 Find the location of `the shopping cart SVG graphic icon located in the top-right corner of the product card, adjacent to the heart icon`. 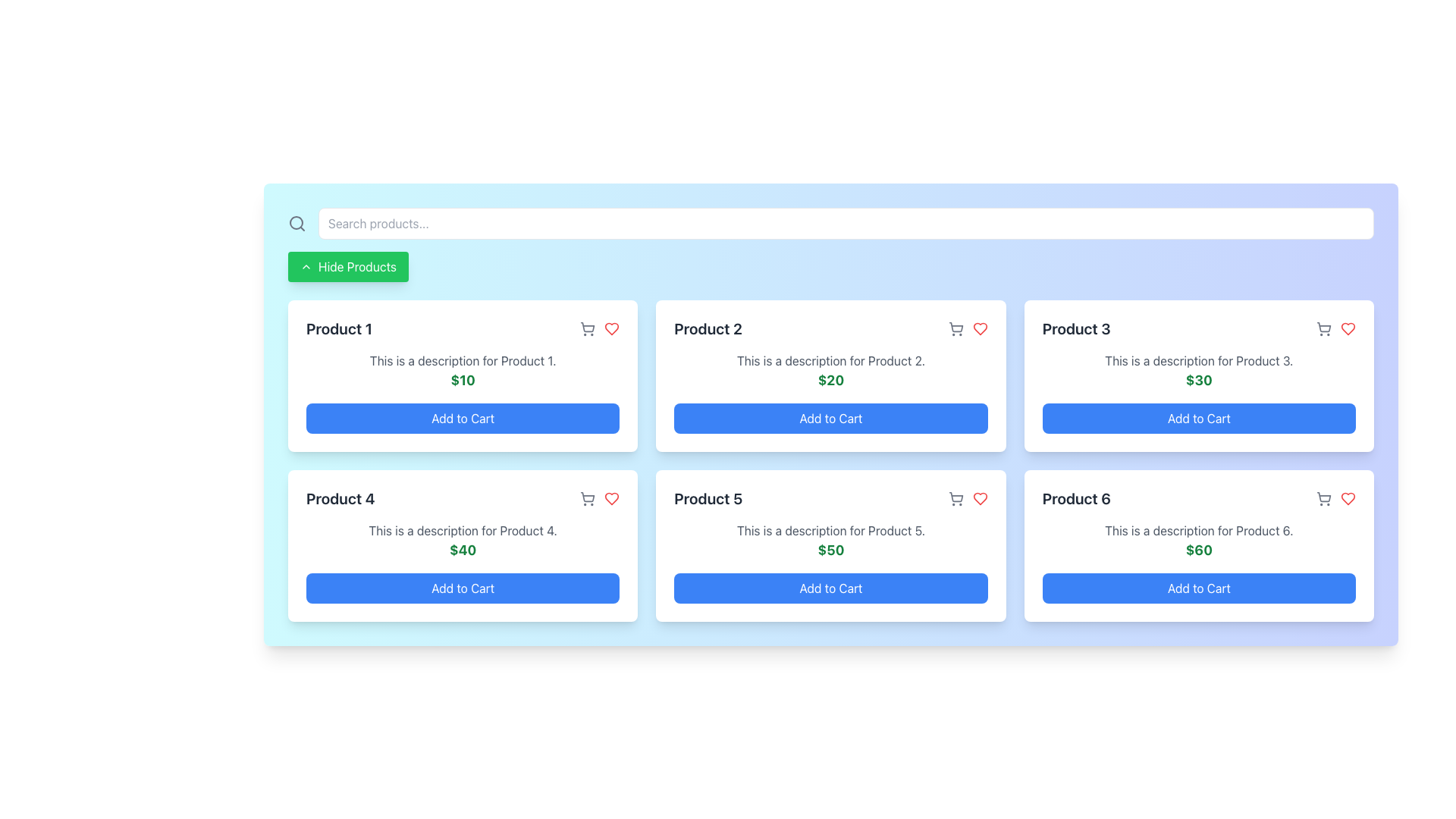

the shopping cart SVG graphic icon located in the top-right corner of the product card, adjacent to the heart icon is located at coordinates (587, 497).